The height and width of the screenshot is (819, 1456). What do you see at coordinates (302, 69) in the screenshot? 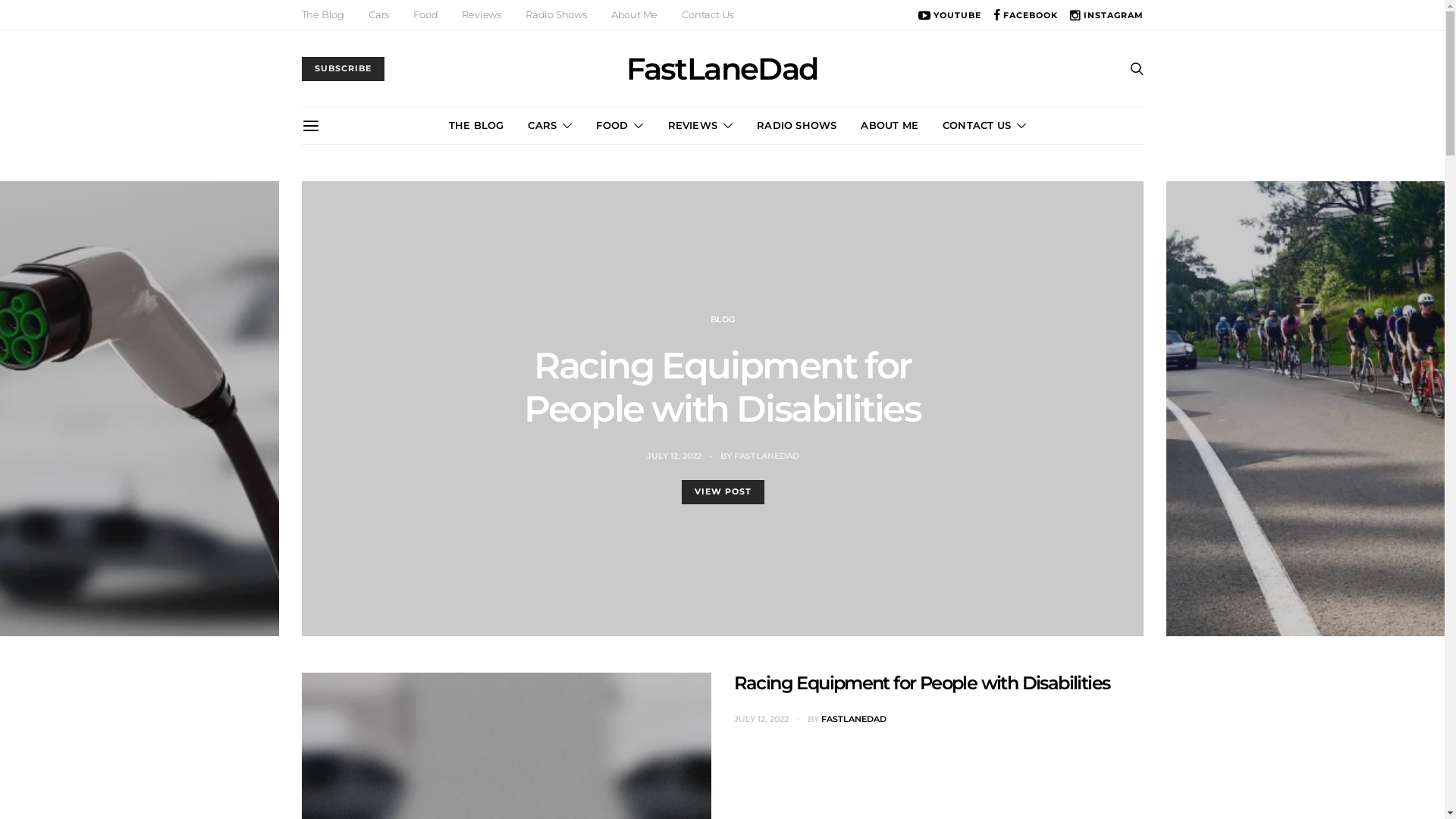
I see `'SUBSCRIBE'` at bounding box center [302, 69].